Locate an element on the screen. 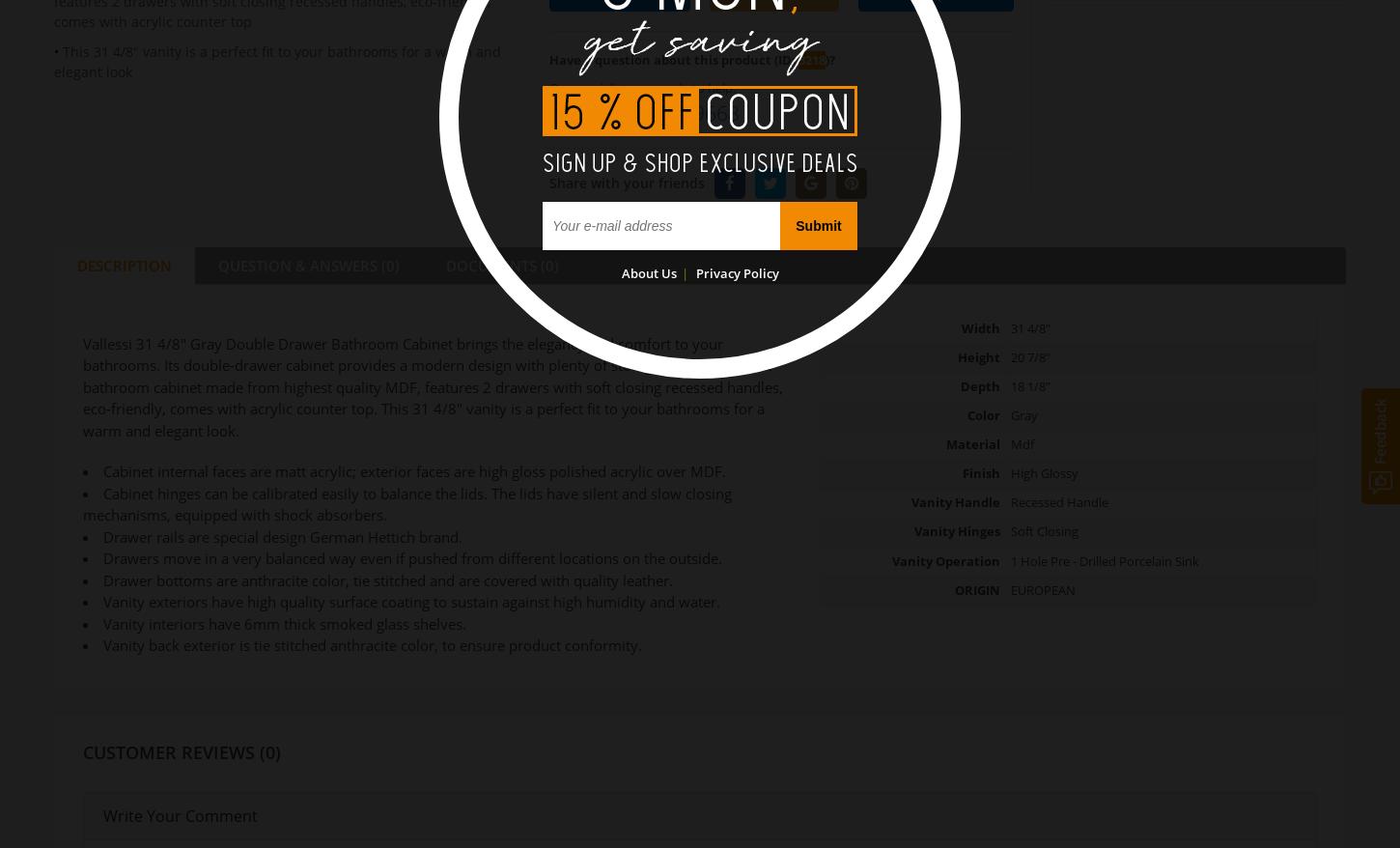 The height and width of the screenshot is (848, 1400). 'DESCRIPTION' is located at coordinates (124, 264).